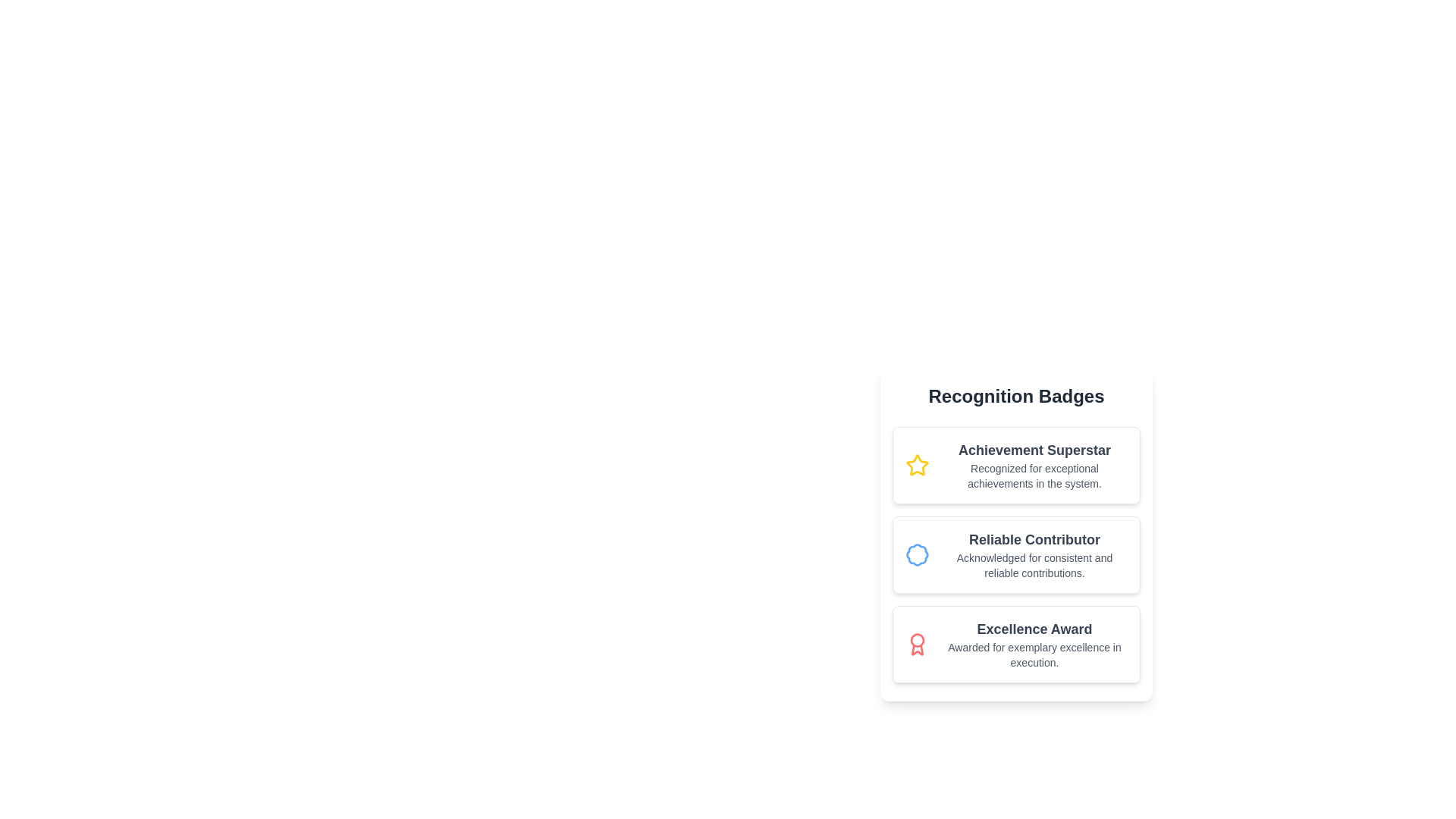 Image resolution: width=1456 pixels, height=819 pixels. I want to click on the star icon located at the top-left portion of the 'Recognition Badges' section, next to the 'Achievement Superstar' label, so click(916, 464).